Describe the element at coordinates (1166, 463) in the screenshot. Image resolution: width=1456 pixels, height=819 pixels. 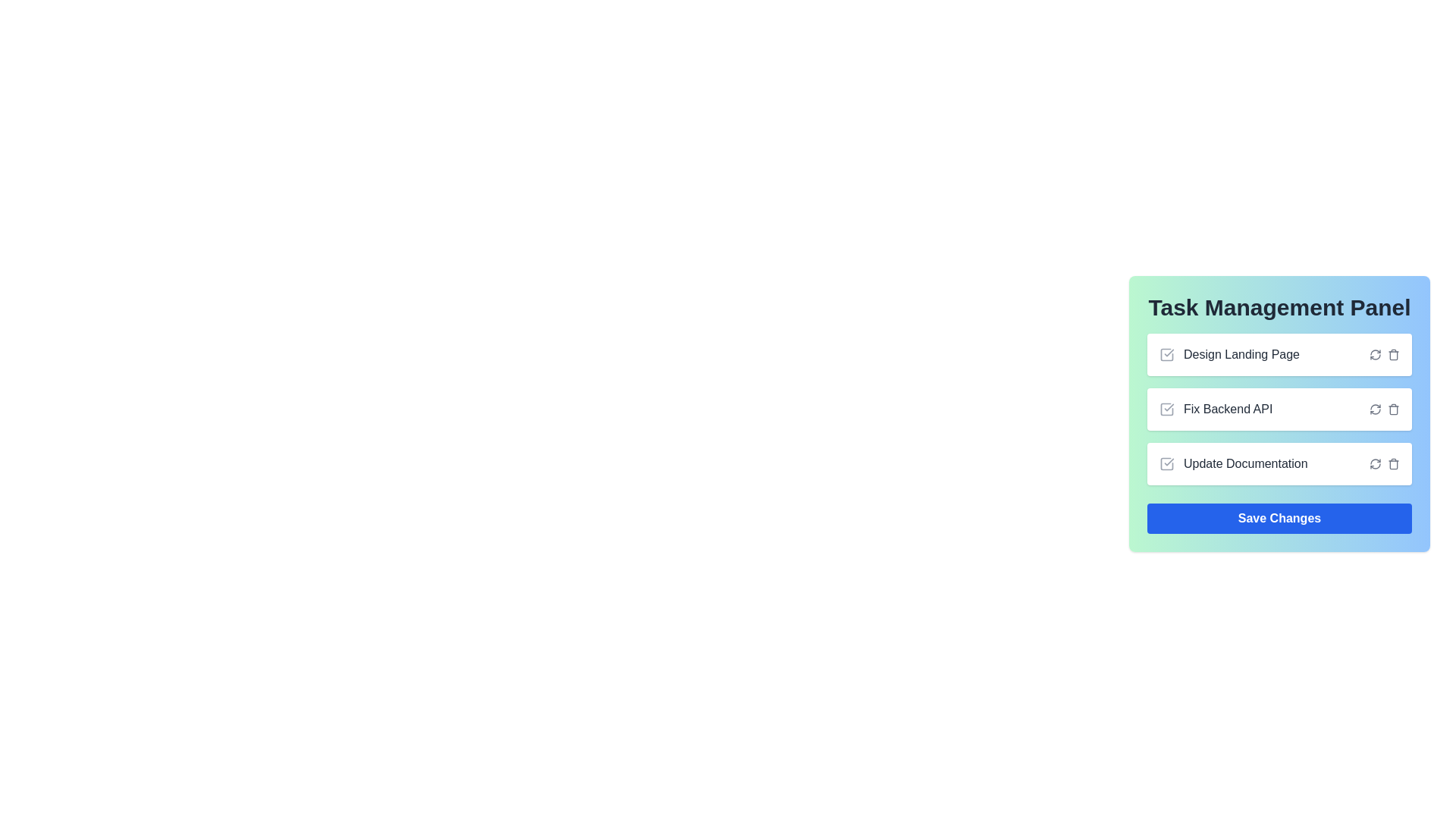
I see `the checkbox located next to the text 'Update Documentation'` at that location.